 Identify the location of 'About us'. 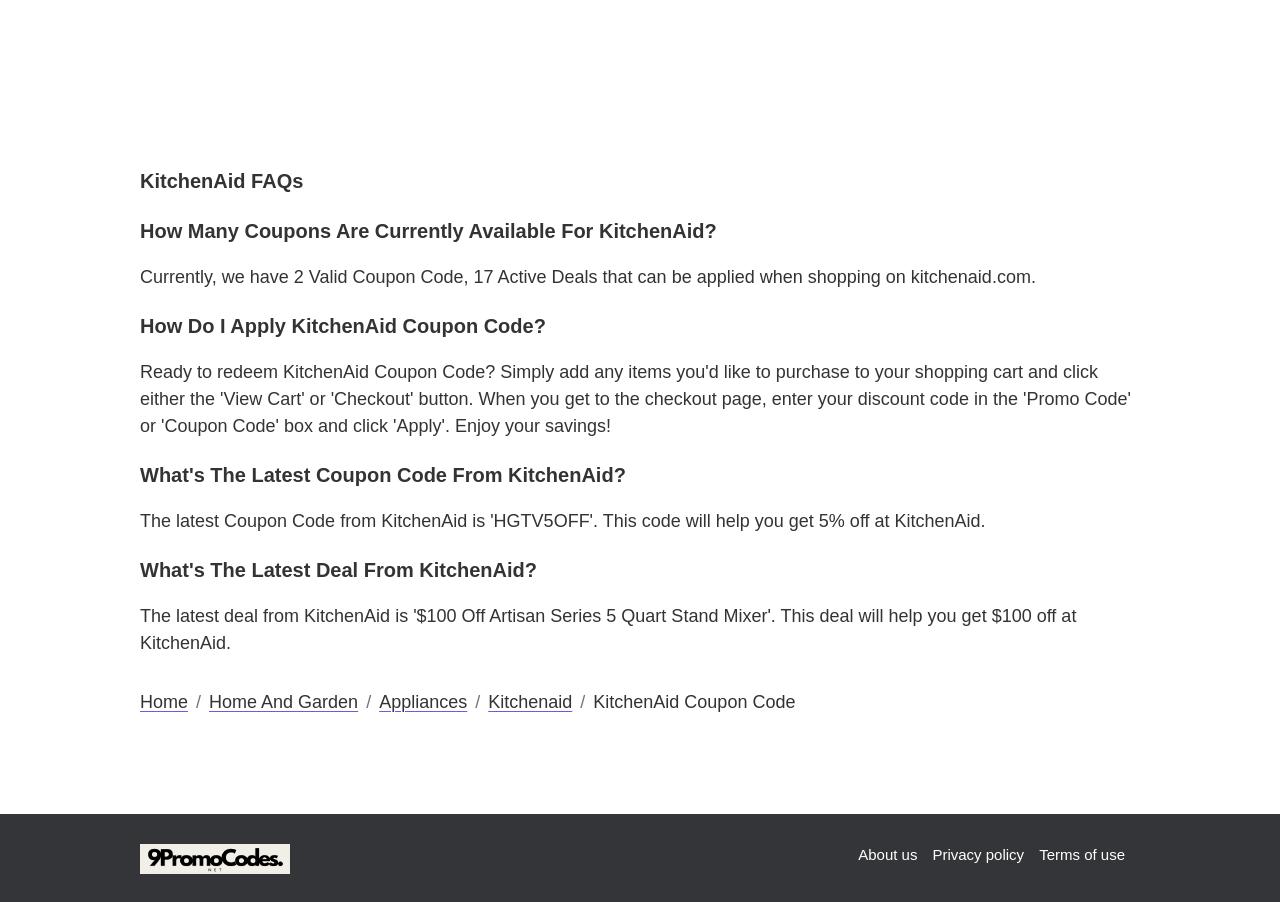
(886, 853).